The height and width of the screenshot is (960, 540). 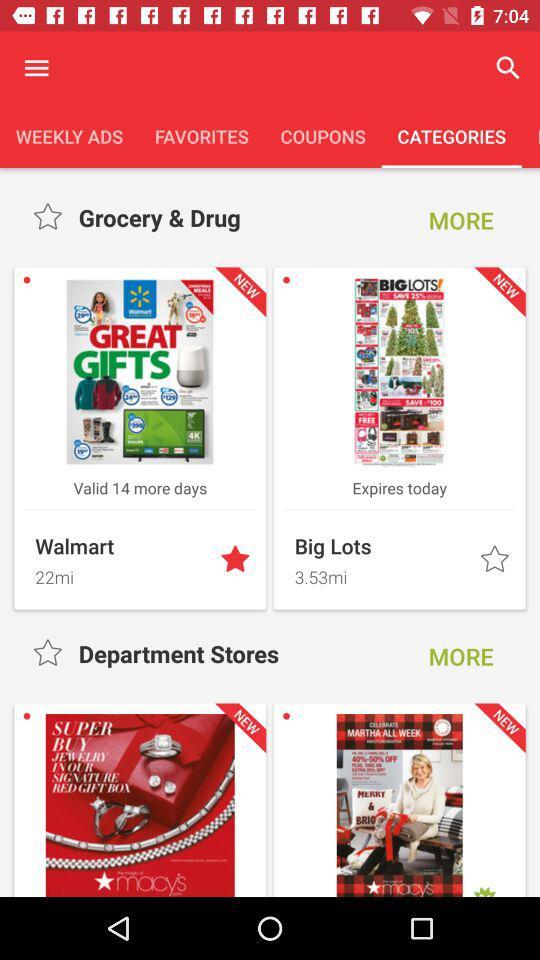 What do you see at coordinates (495, 560) in the screenshot?
I see `highlight it` at bounding box center [495, 560].